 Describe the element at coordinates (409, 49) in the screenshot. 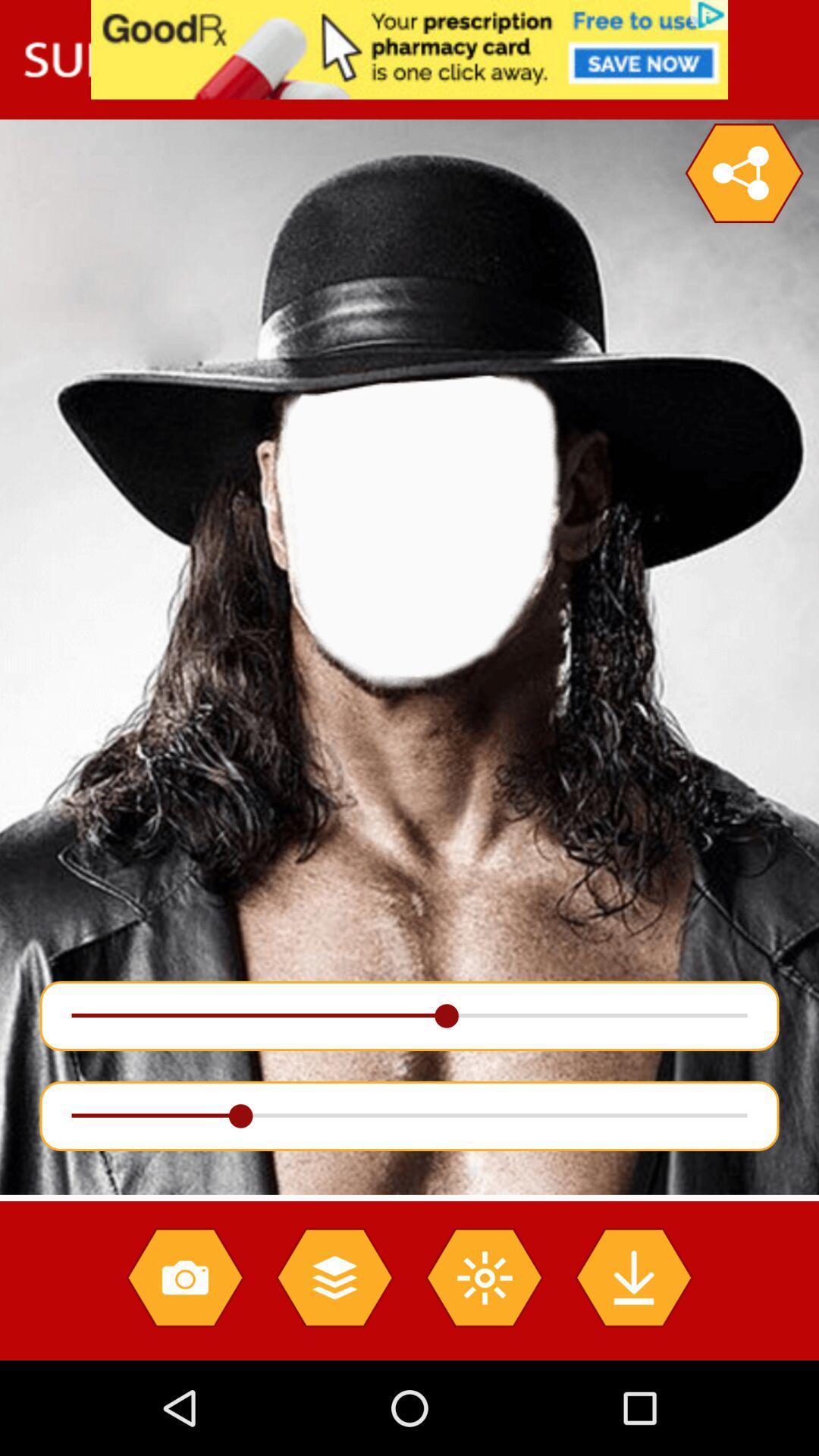

I see `see advertisement` at that location.